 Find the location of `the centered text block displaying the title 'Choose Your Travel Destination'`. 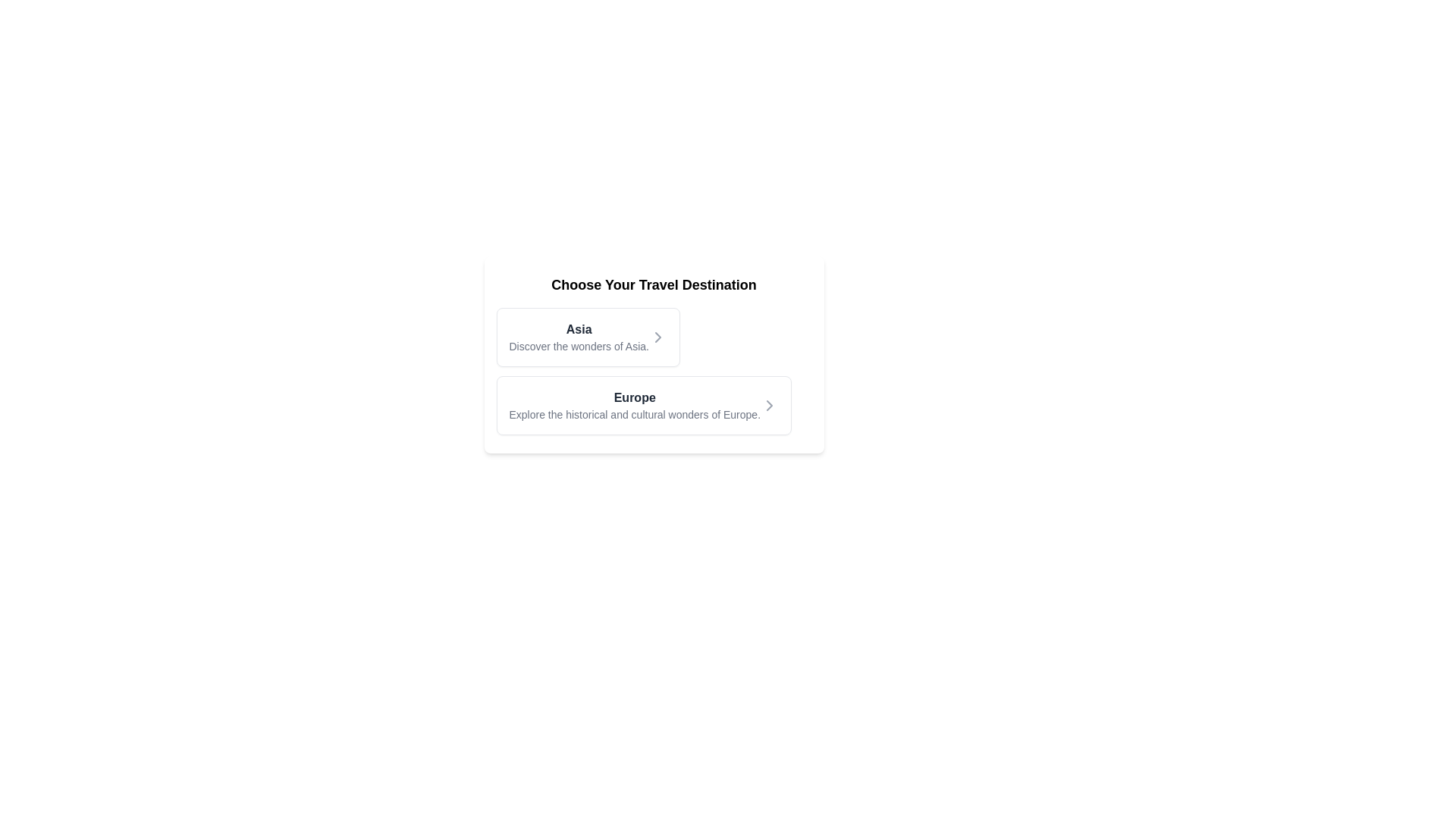

the centered text block displaying the title 'Choose Your Travel Destination' is located at coordinates (654, 284).